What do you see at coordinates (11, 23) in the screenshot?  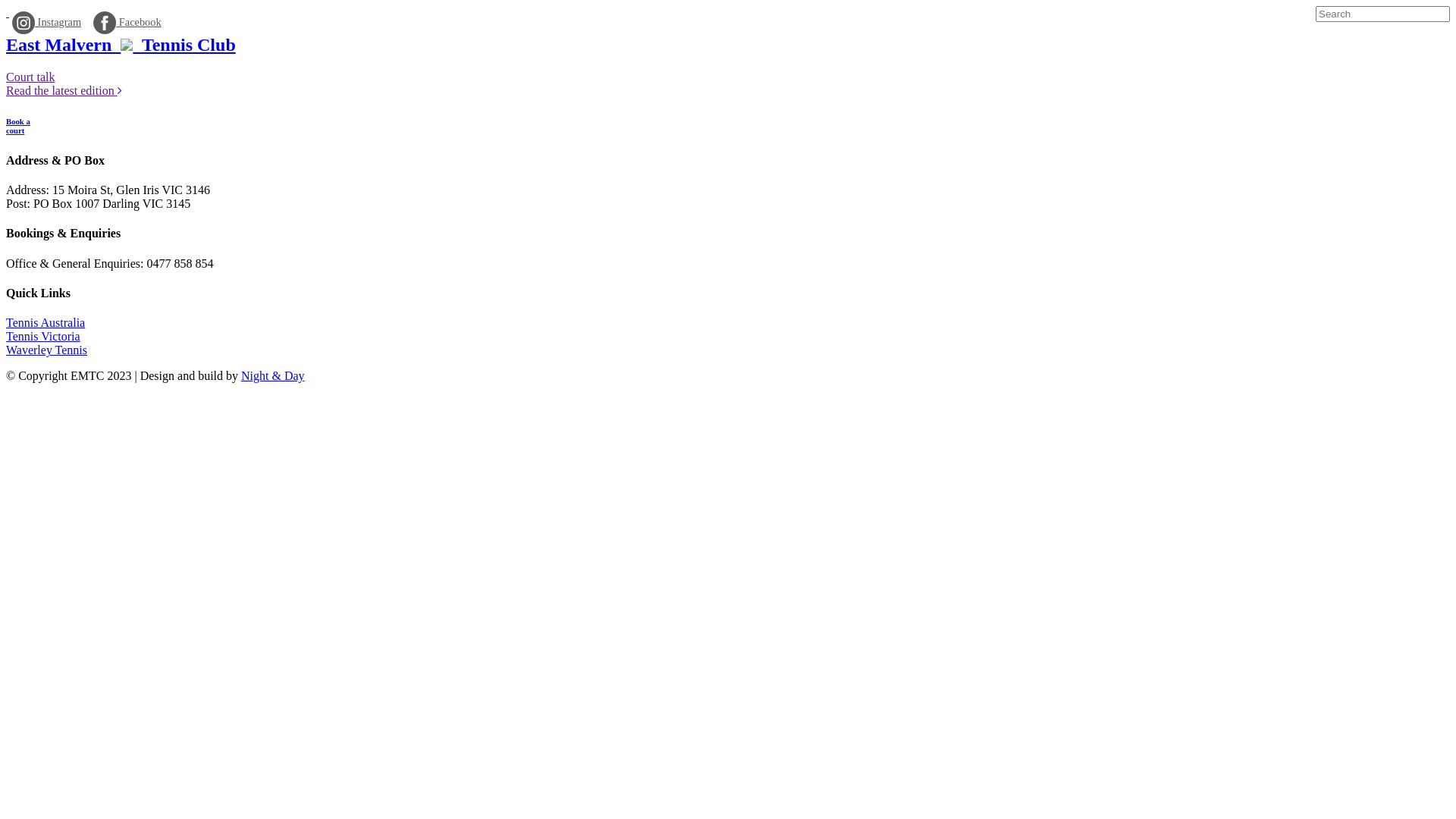 I see `'Instagram'` at bounding box center [11, 23].